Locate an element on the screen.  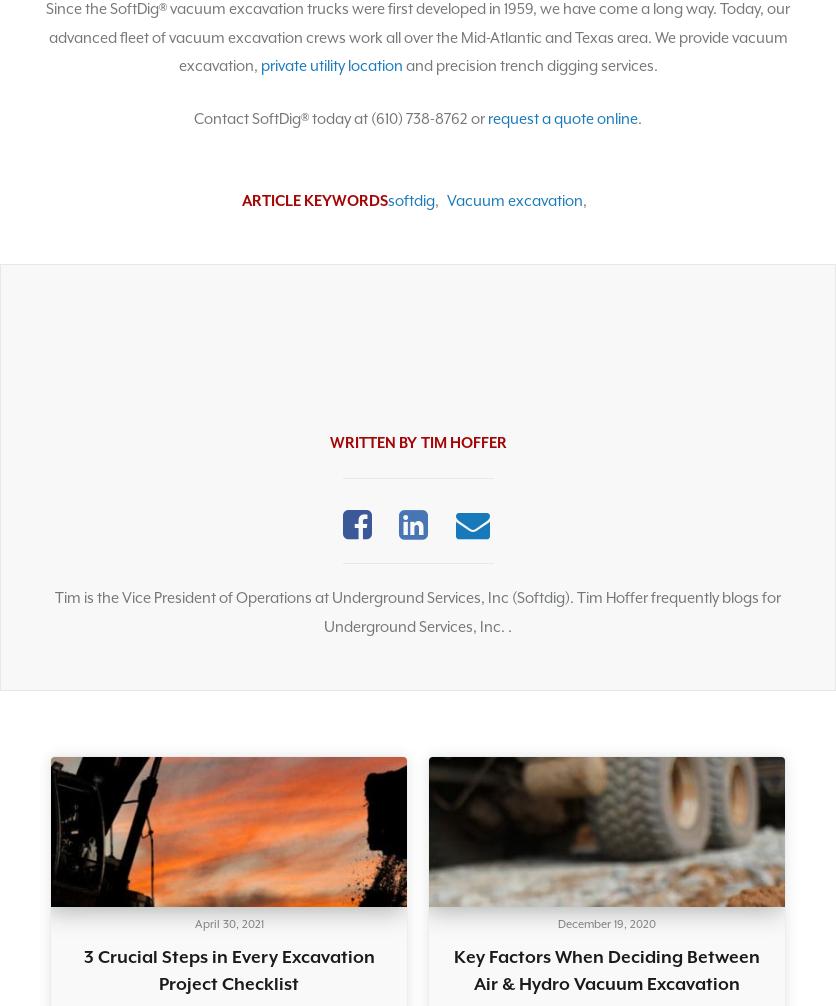
'or' is located at coordinates (467, 118).